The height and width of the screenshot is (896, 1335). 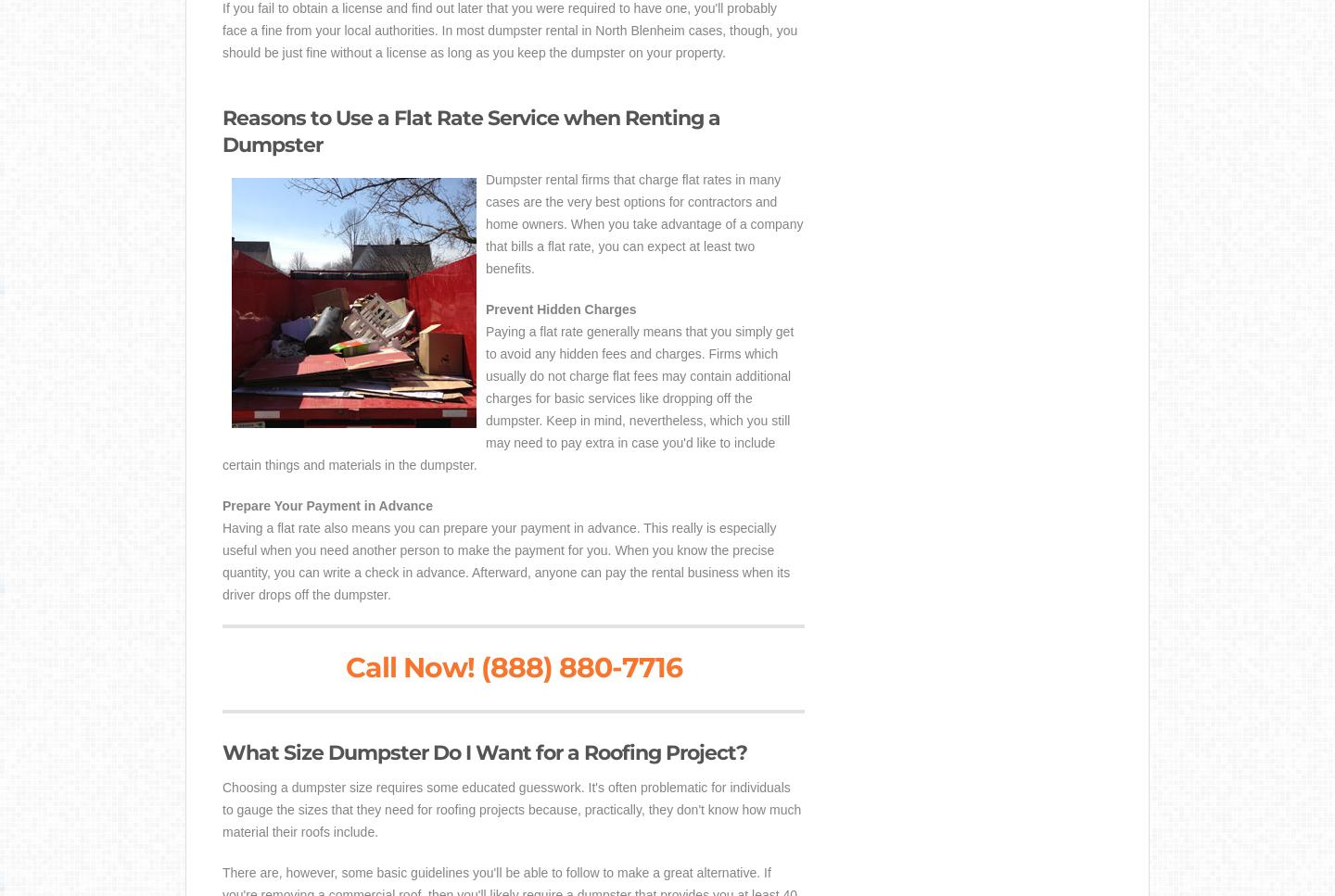 I want to click on 'Prepare Your Payment in Advance', so click(x=326, y=505).